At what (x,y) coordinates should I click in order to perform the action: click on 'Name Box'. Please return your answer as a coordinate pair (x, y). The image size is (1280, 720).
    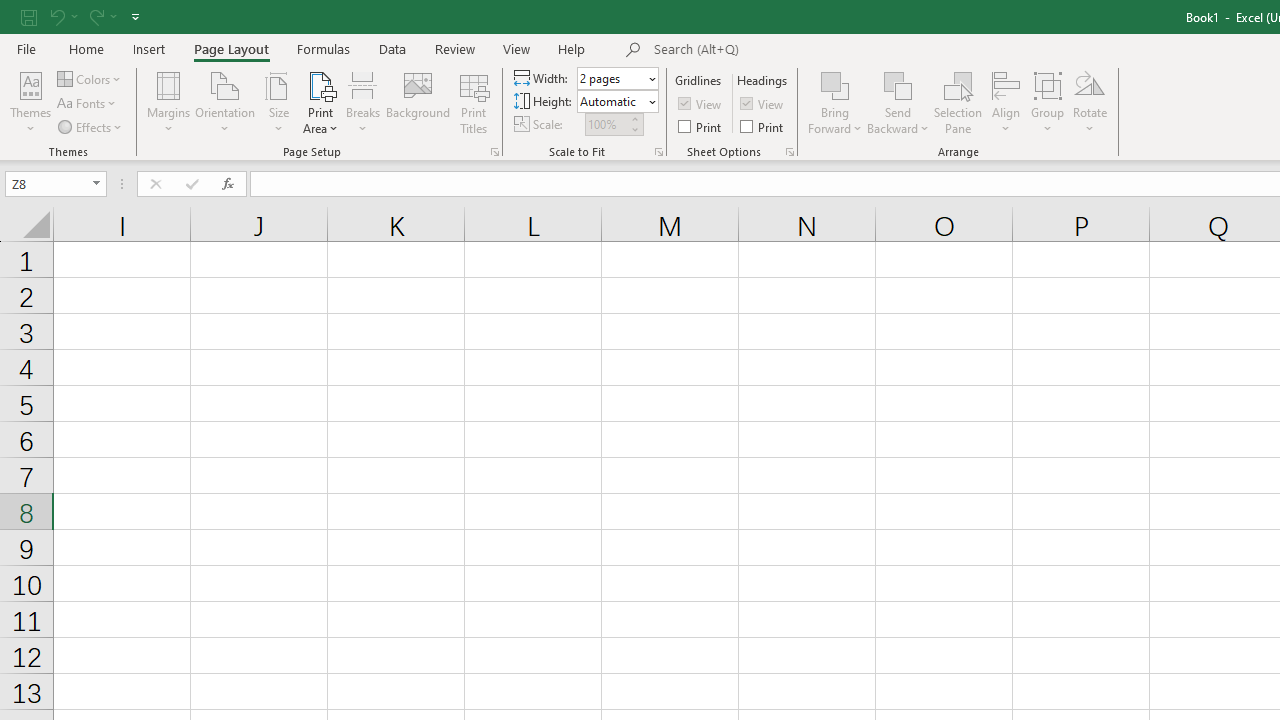
    Looking at the image, I should click on (47, 183).